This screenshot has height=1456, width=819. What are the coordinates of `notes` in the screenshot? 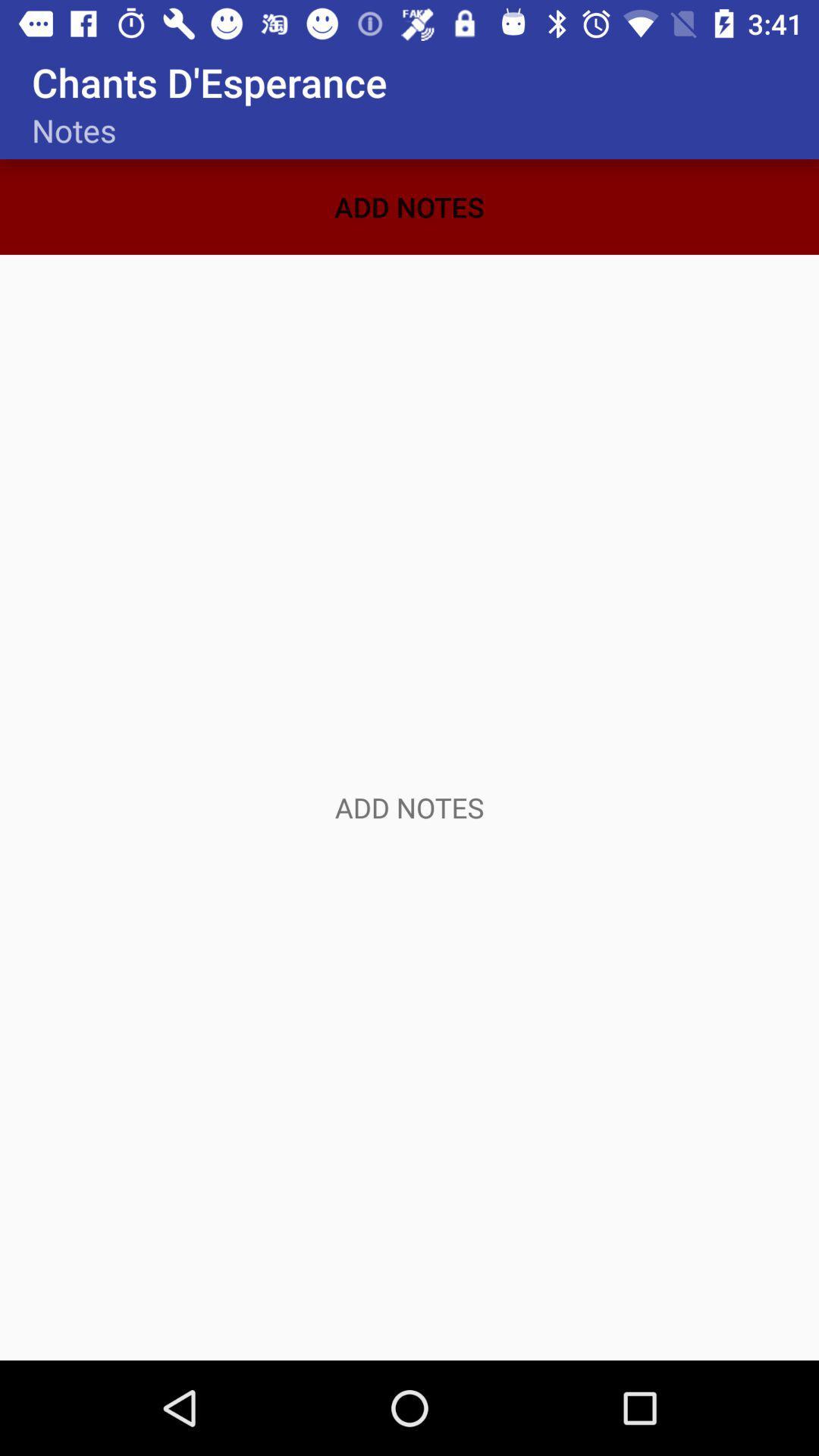 It's located at (409, 807).